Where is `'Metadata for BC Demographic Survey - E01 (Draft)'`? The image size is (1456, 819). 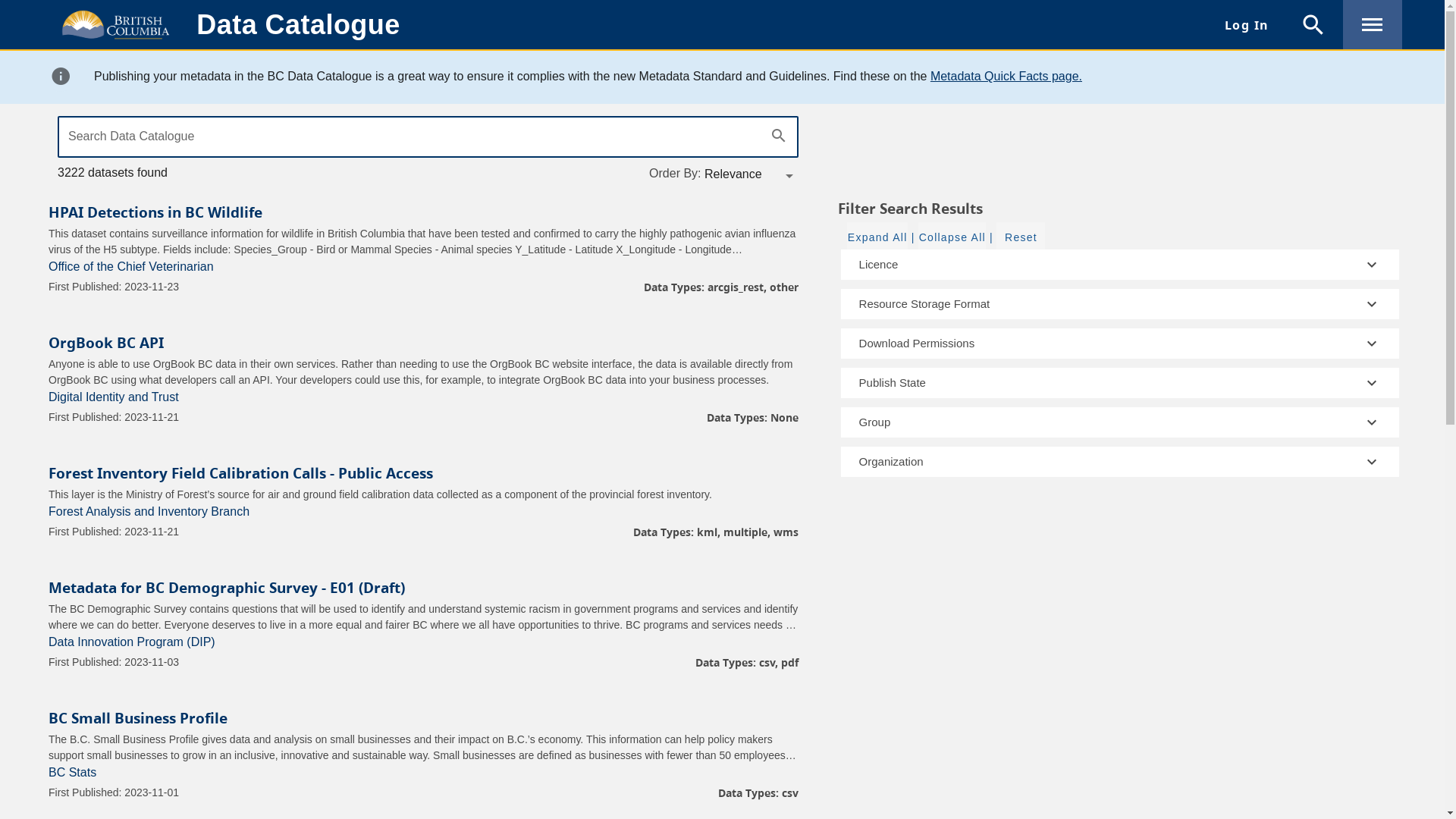
'Metadata for BC Demographic Survey - E01 (Draft)' is located at coordinates (225, 586).